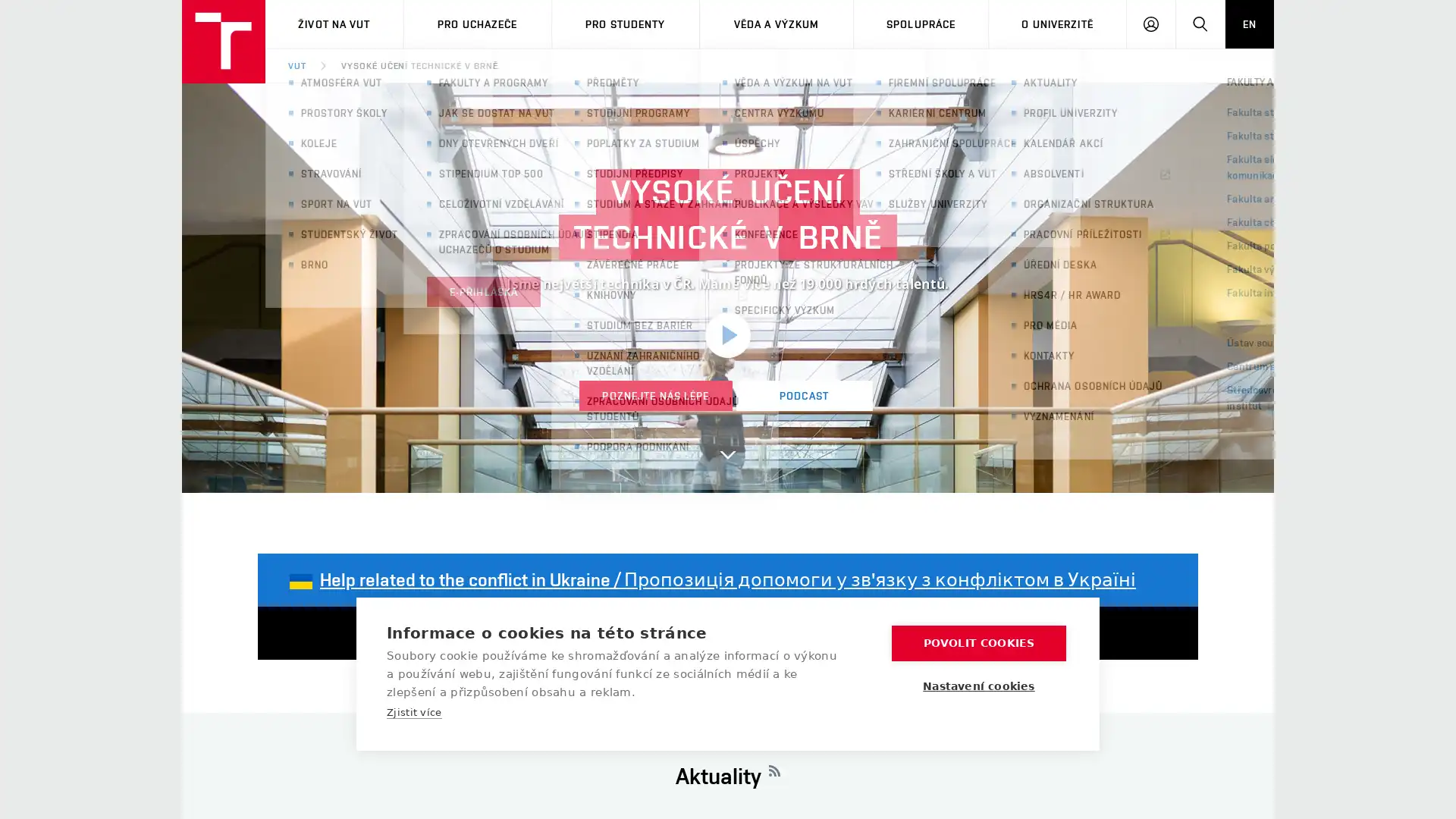  Describe the element at coordinates (979, 643) in the screenshot. I see `POVOLIT COOKIES` at that location.